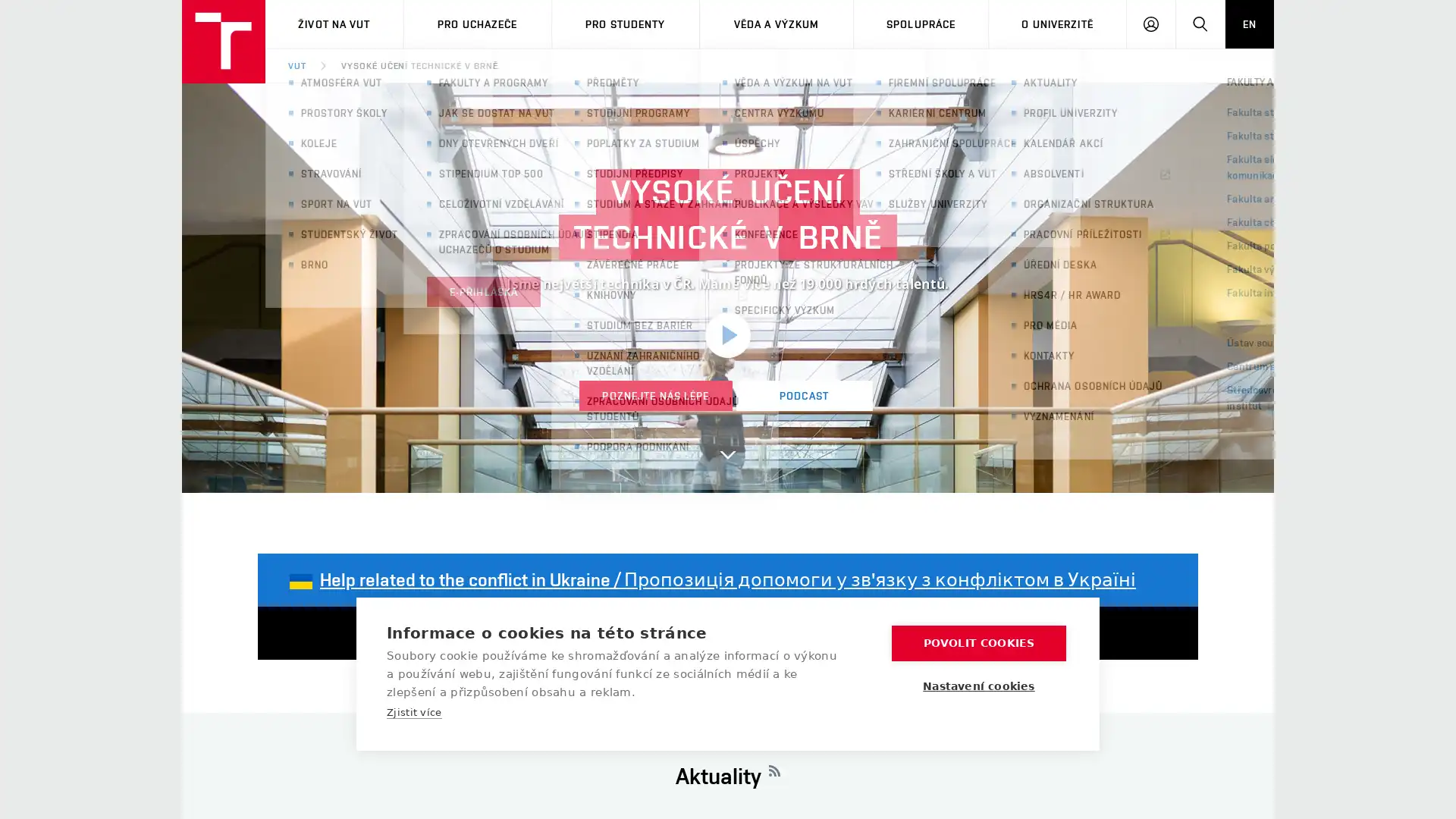  Describe the element at coordinates (979, 643) in the screenshot. I see `POVOLIT COOKIES` at that location.